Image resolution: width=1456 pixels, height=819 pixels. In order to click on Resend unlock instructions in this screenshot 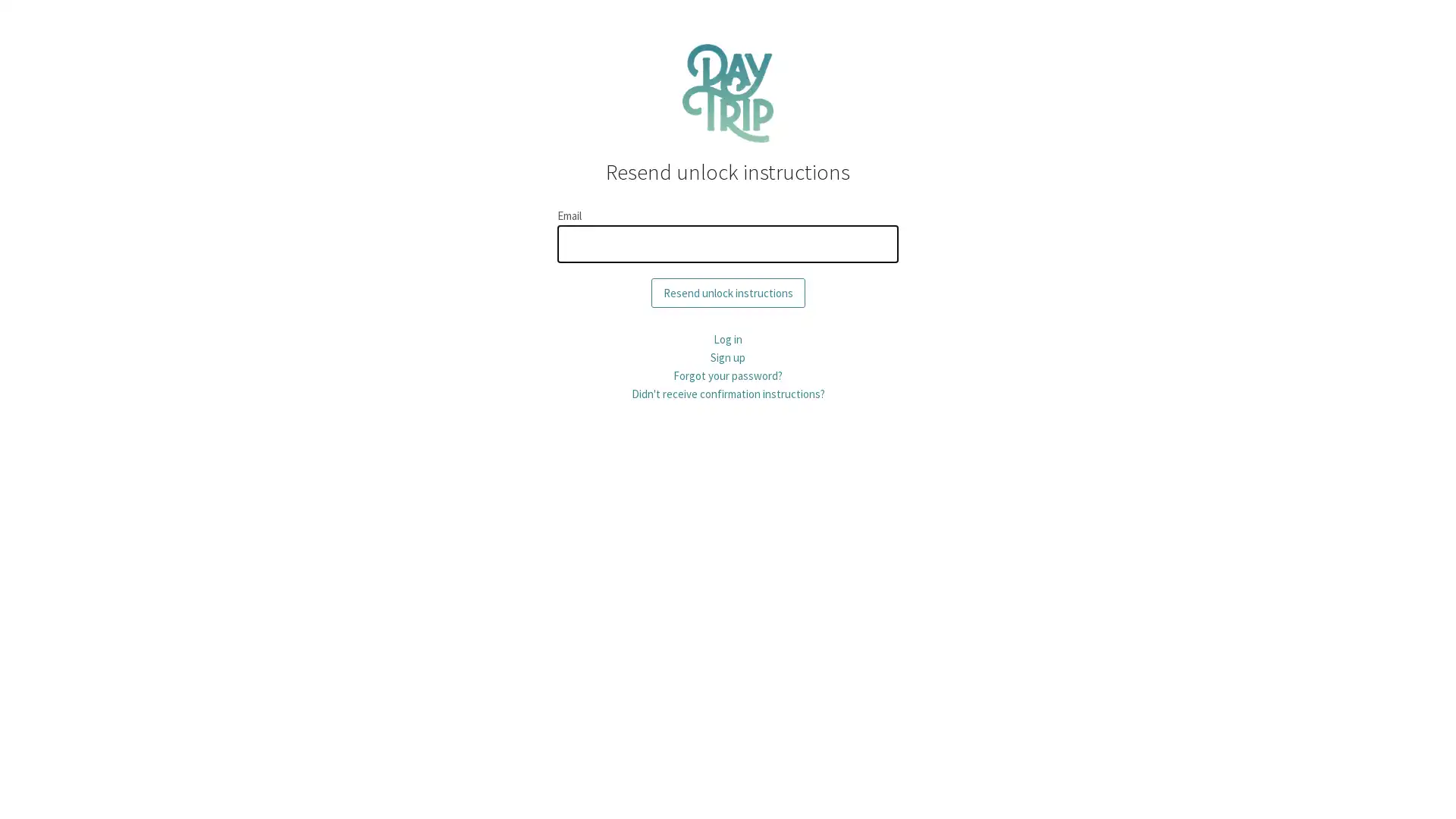, I will do `click(726, 292)`.